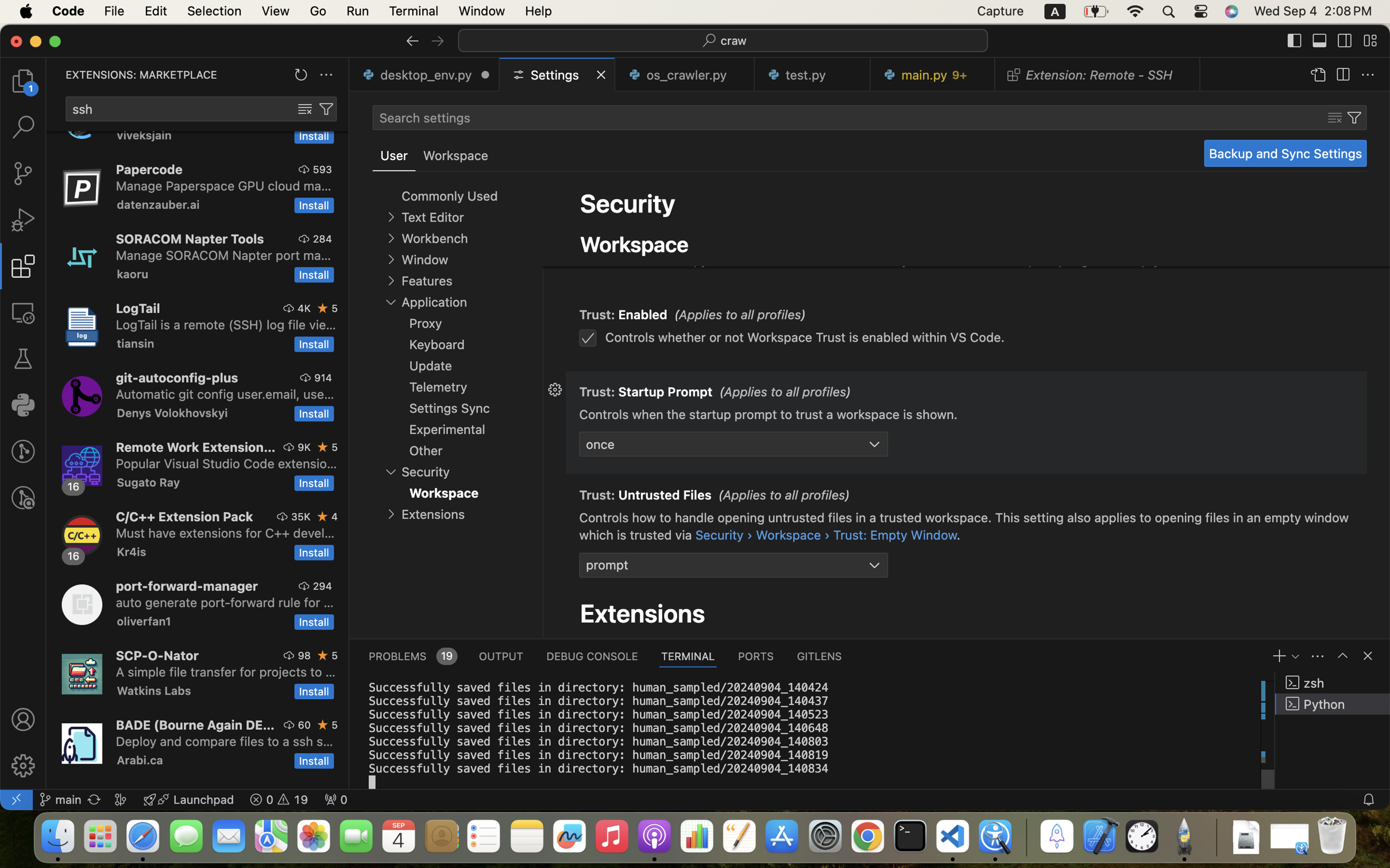 This screenshot has width=1390, height=868. Describe the element at coordinates (304, 308) in the screenshot. I see `'4K'` at that location.